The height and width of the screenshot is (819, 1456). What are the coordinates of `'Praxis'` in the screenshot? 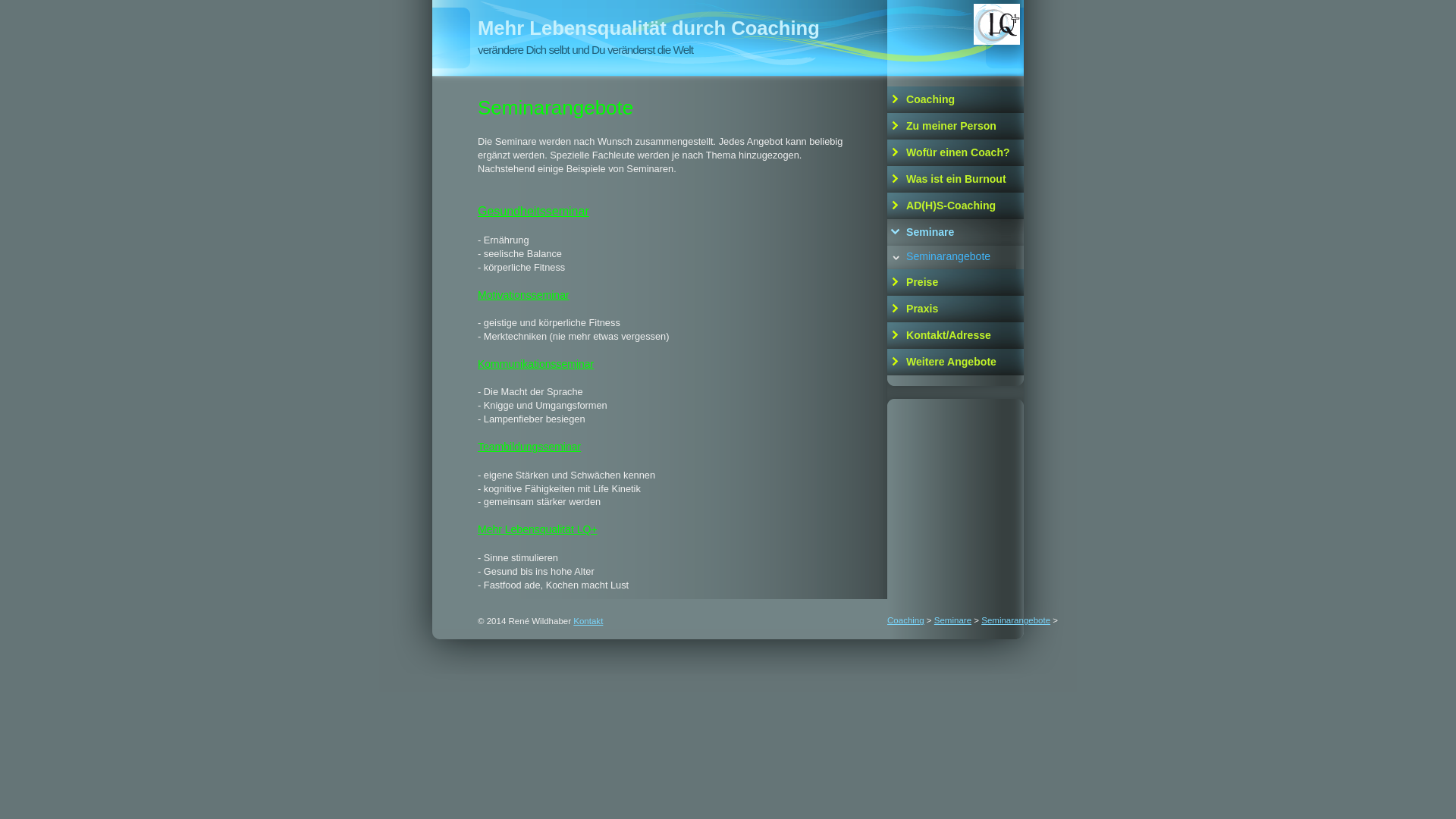 It's located at (954, 308).